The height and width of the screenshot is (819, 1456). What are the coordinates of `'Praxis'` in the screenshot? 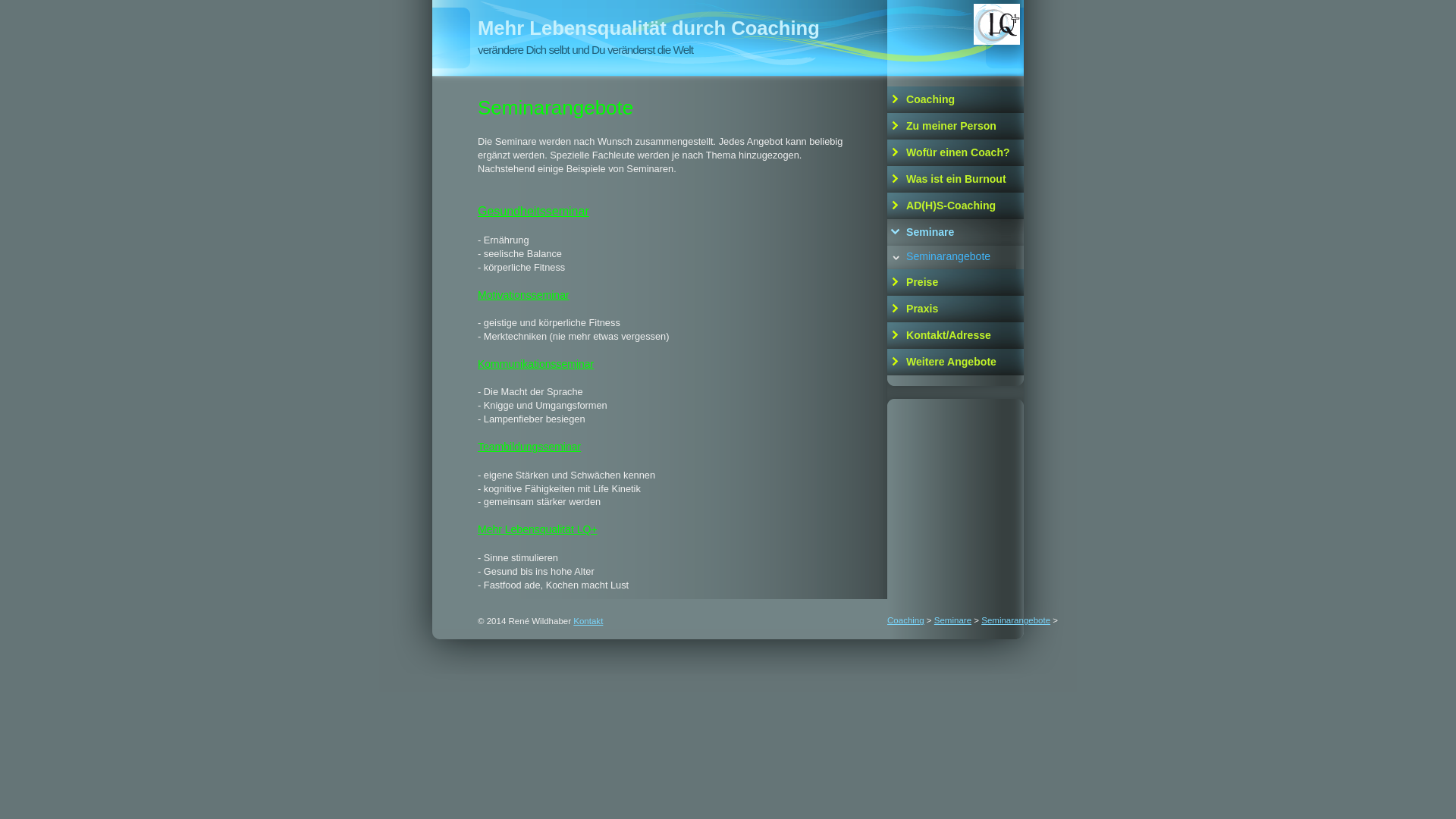 It's located at (954, 308).